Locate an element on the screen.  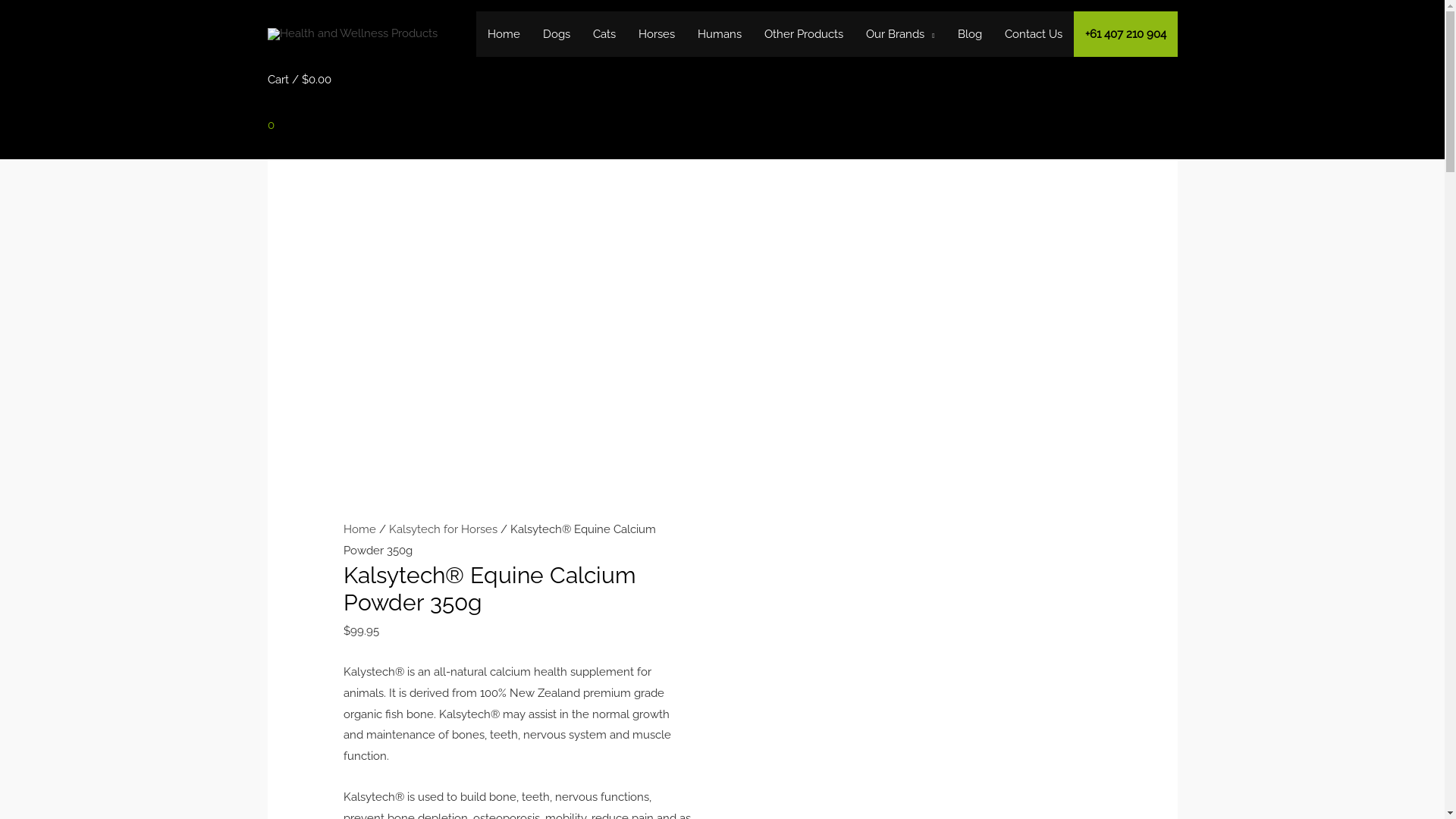
'Kalsytech for Horses' is located at coordinates (442, 529).